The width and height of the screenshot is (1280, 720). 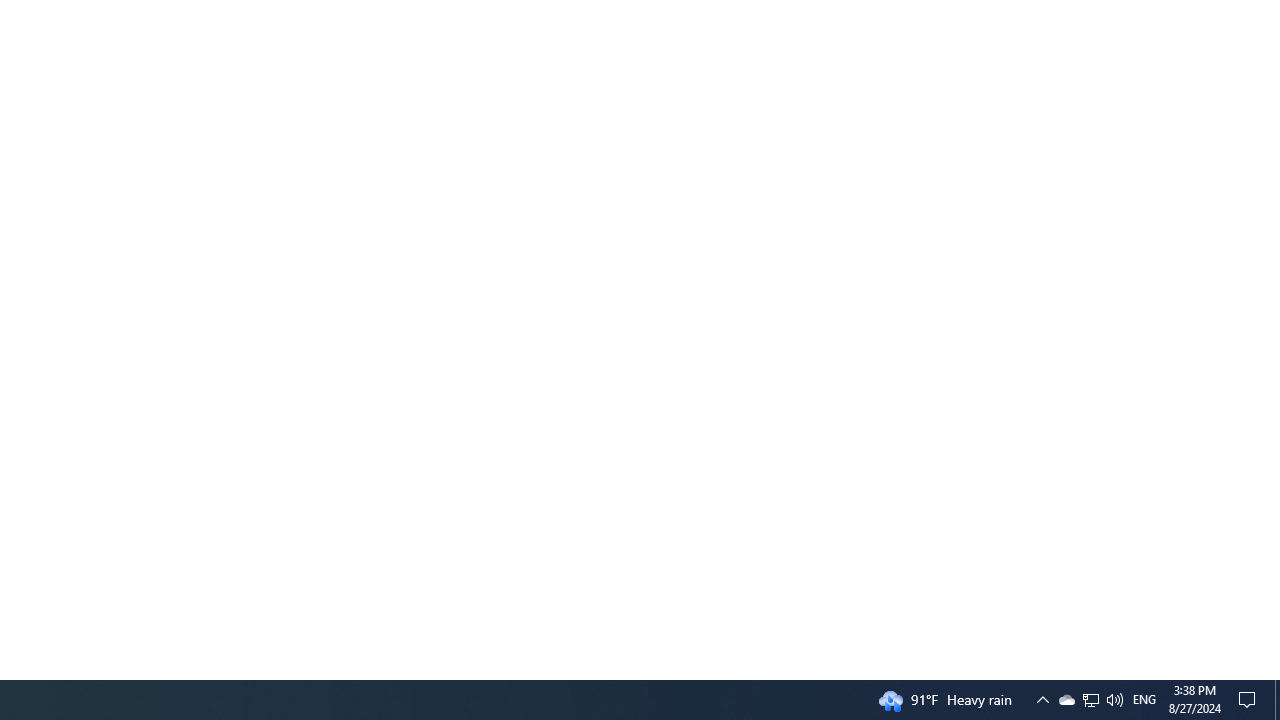 I want to click on 'Notification Chevron', so click(x=1090, y=698).